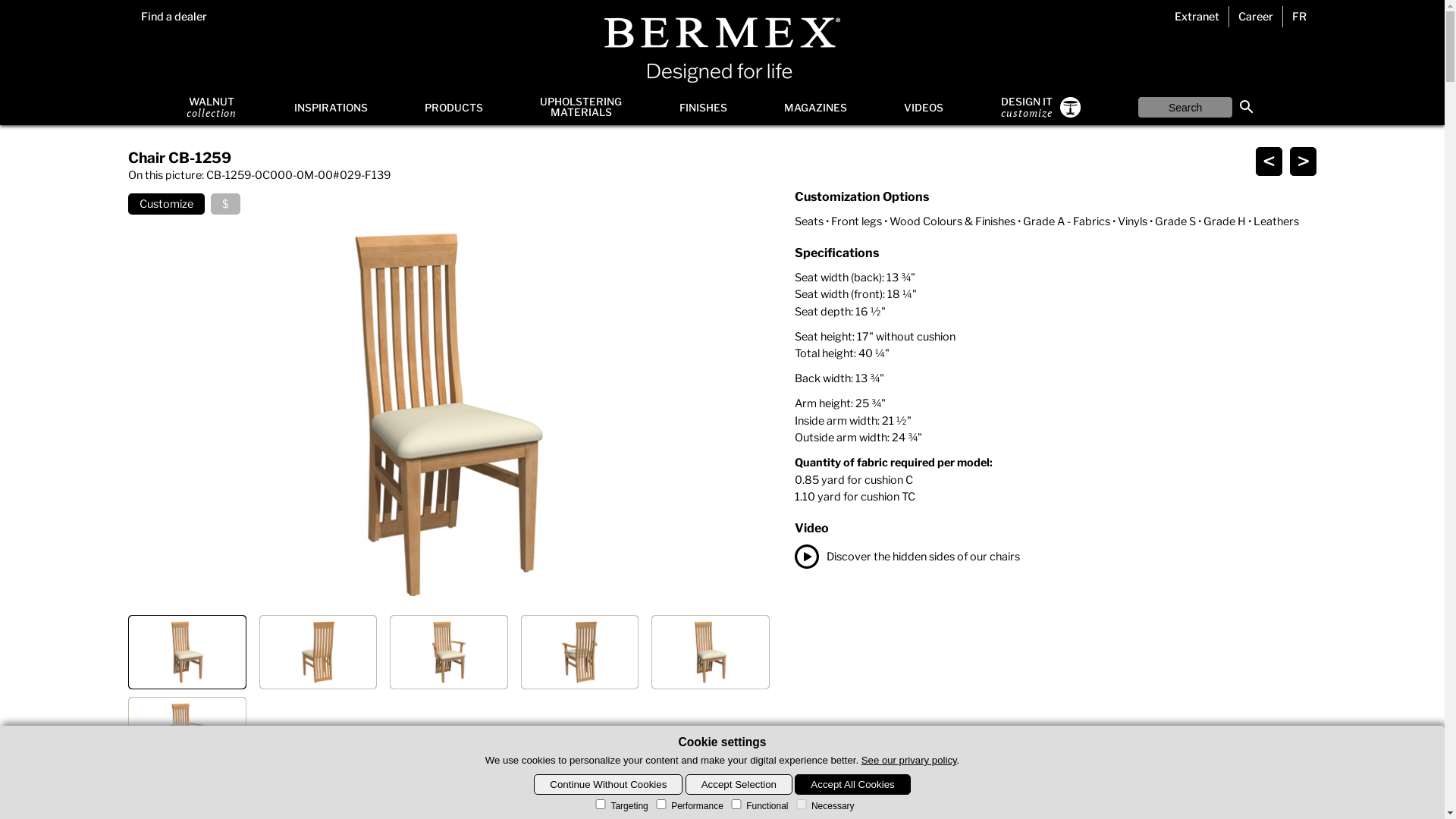 This screenshot has width=1456, height=819. I want to click on '<', so click(1269, 161).